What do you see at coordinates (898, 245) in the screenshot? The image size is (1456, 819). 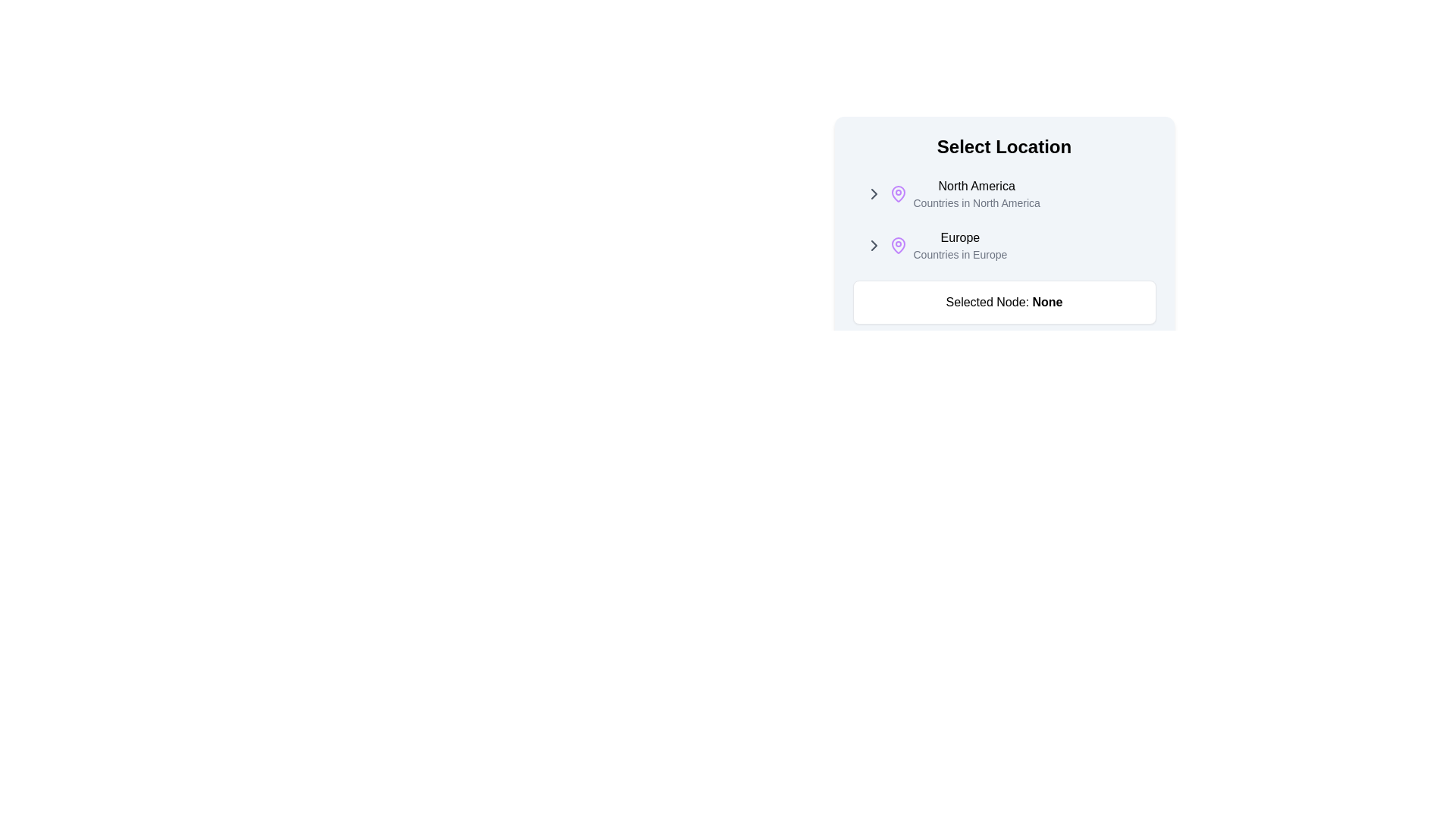 I see `the map-pin icon located next to the label 'Europe' under the 'Select Location' header` at bounding box center [898, 245].